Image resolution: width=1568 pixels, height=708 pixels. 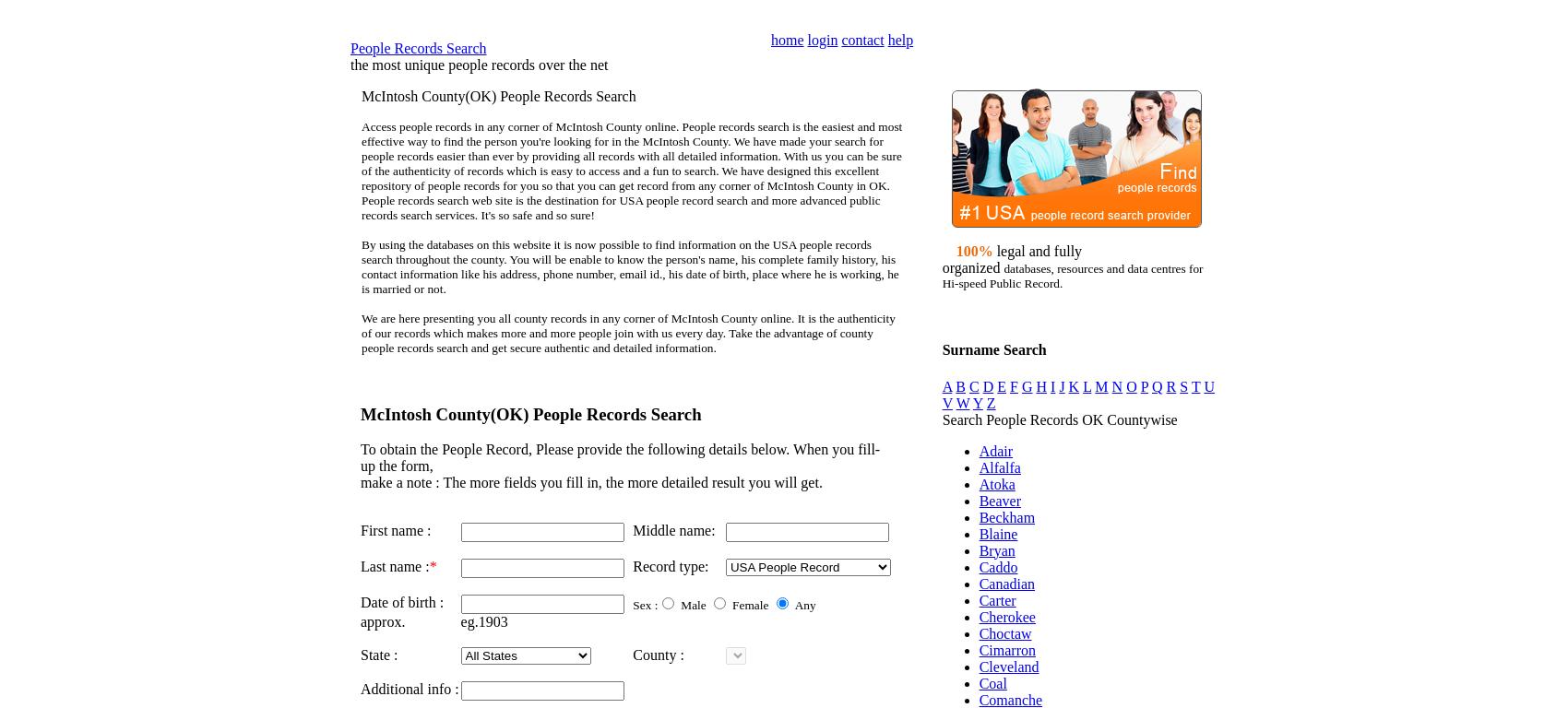 I want to click on 'Beckham', so click(x=977, y=516).